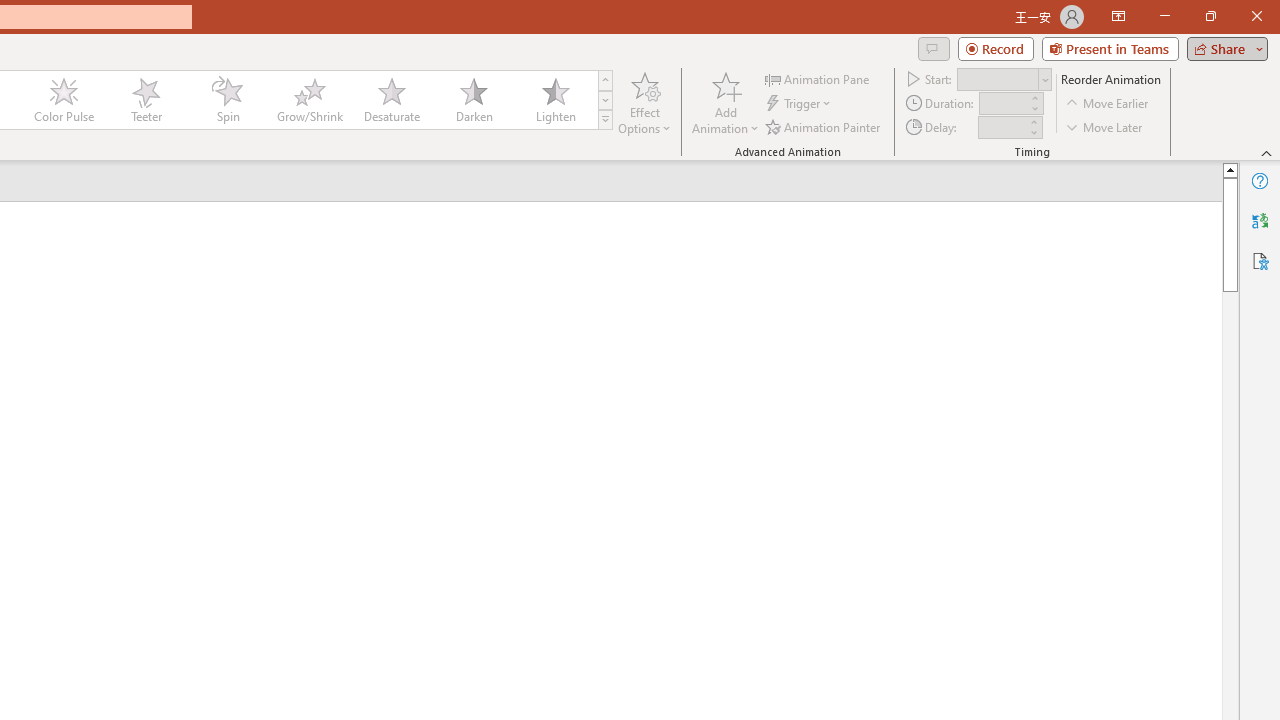 Image resolution: width=1280 pixels, height=720 pixels. What do you see at coordinates (645, 103) in the screenshot?
I see `'Effect Options'` at bounding box center [645, 103].